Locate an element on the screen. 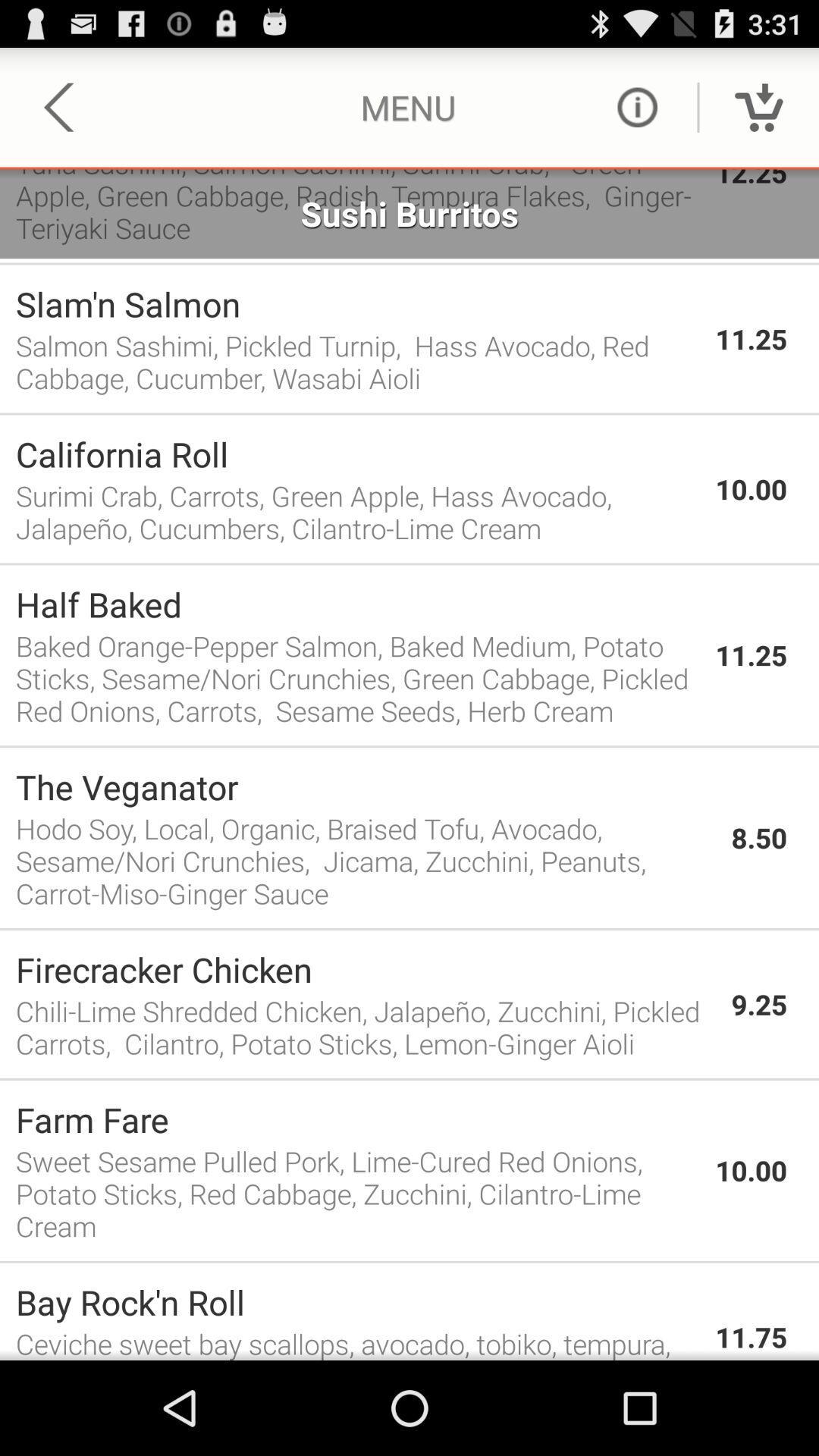 This screenshot has height=1456, width=819. item below the the veganator item is located at coordinates (366, 861).